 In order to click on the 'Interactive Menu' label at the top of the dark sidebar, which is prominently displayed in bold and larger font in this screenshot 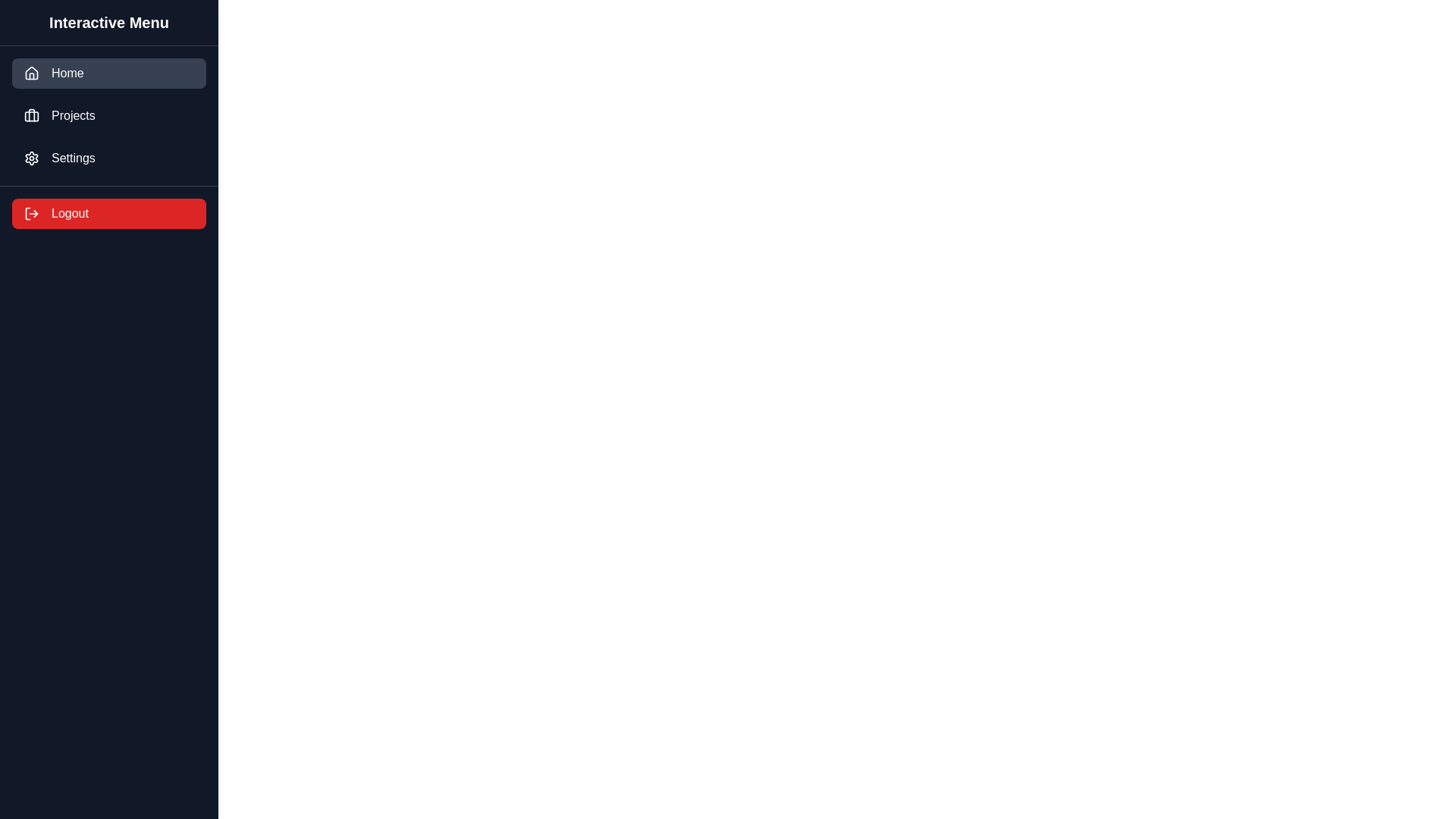, I will do `click(108, 23)`.